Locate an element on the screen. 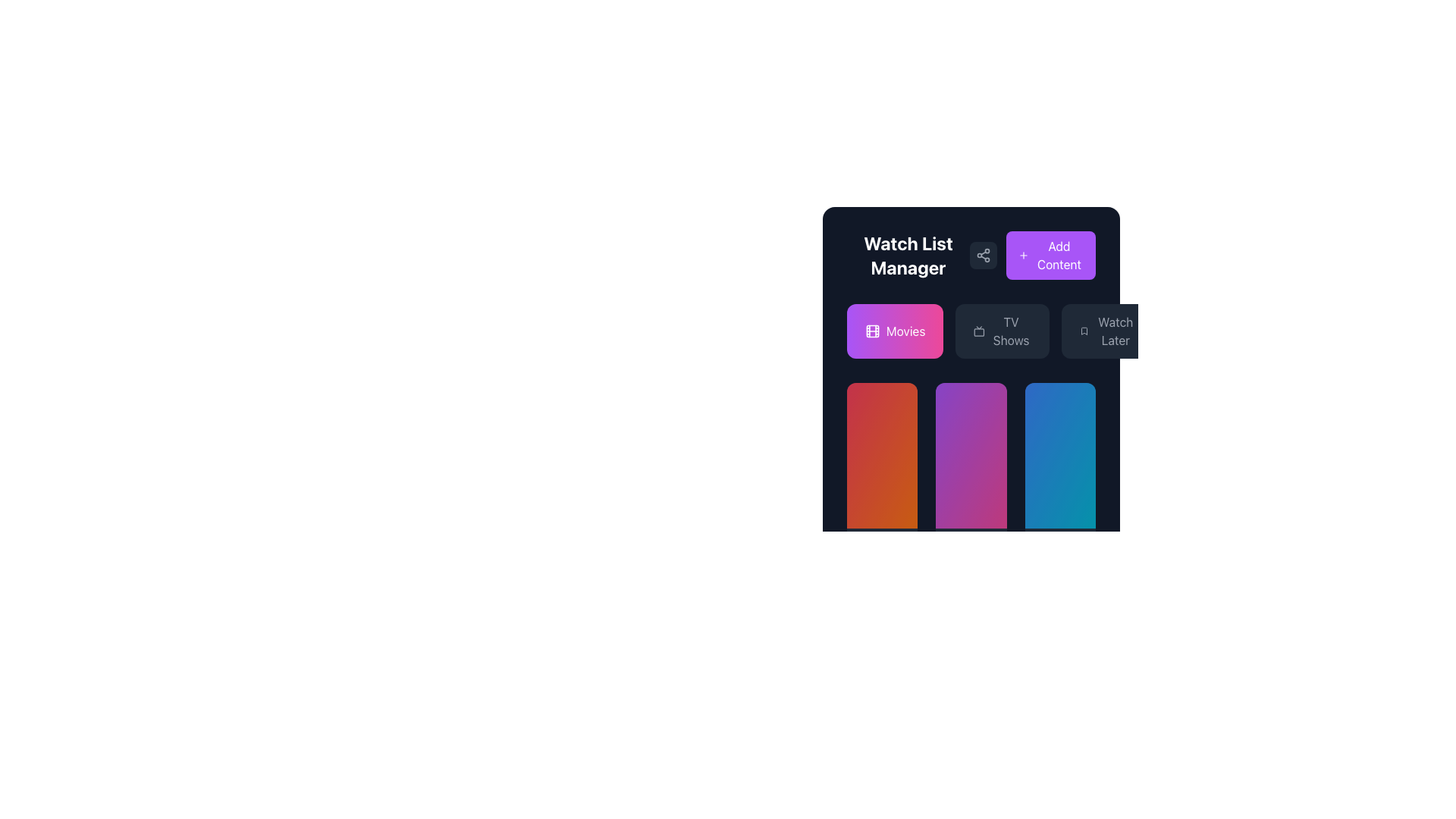 This screenshot has height=819, width=1456. the 'TV Shows' button, which is a rectangular button with light gray text and a television icon, located between the 'Movies' and 'Watch Later' buttons is located at coordinates (1003, 330).